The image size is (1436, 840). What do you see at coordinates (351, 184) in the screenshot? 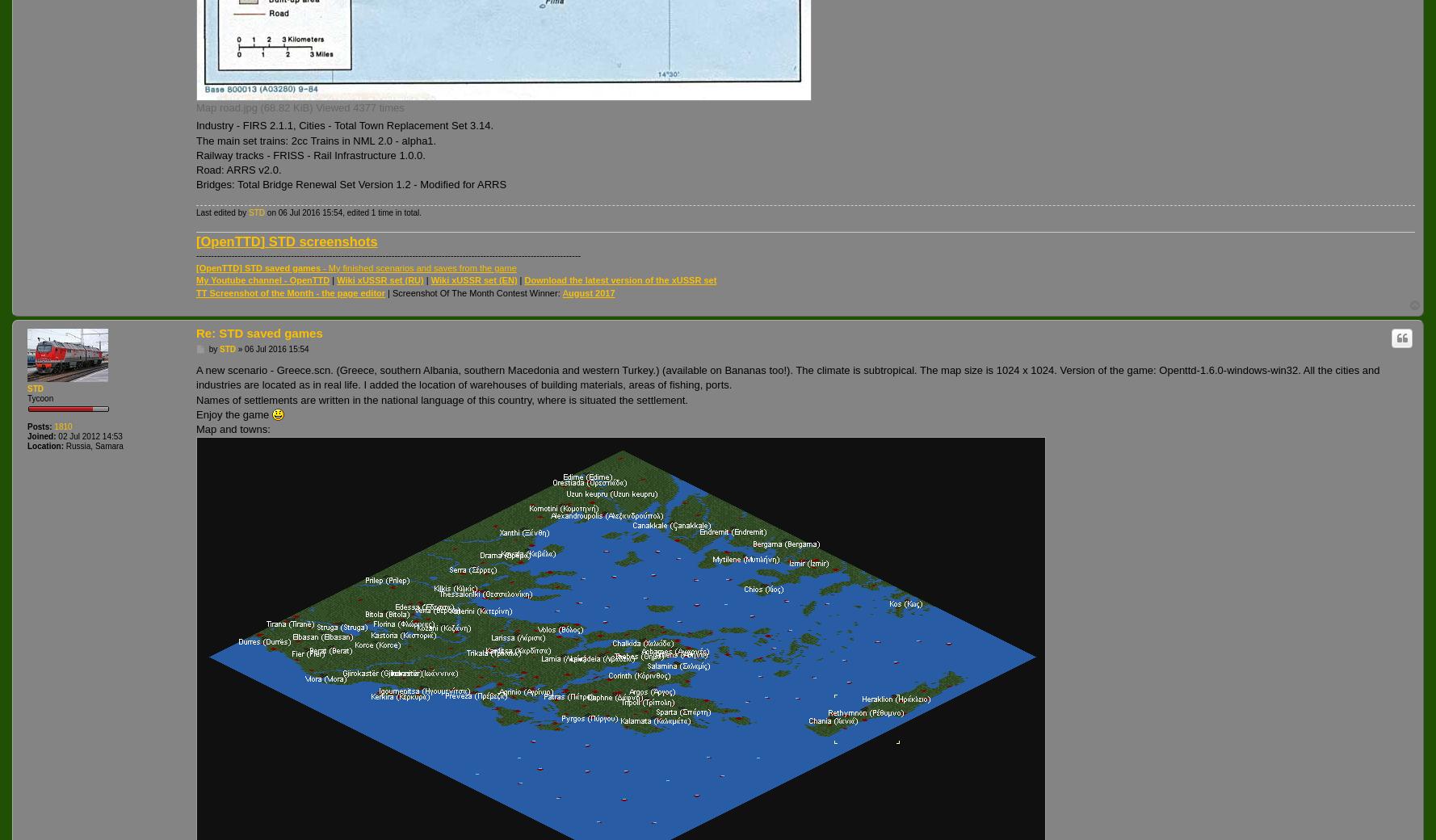
I see `'Bridges: Total Bridge Renewal Set Version 1.2 - Modified for ARRS'` at bounding box center [351, 184].